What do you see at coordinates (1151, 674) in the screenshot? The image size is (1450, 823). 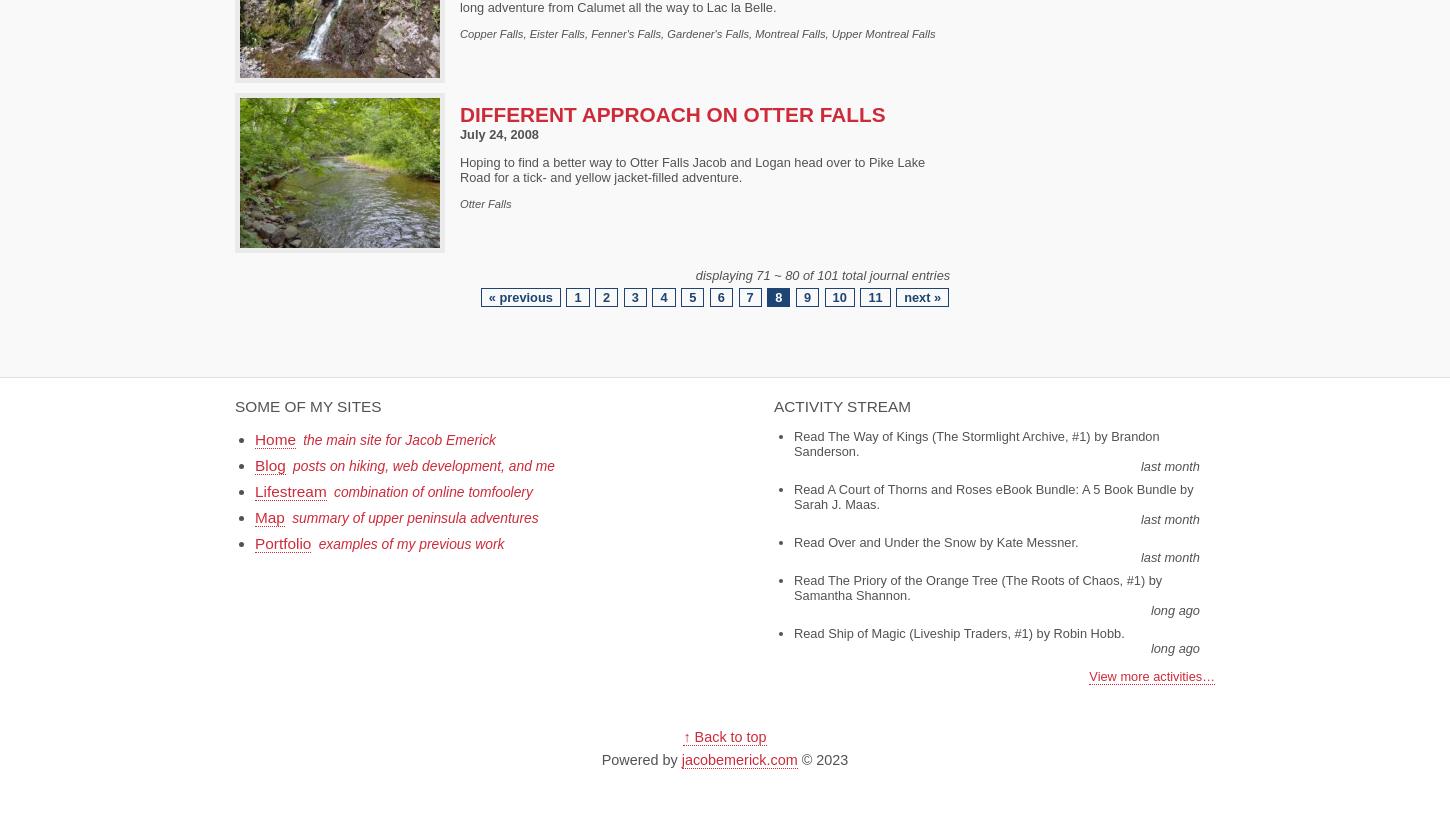 I see `'View more activities…'` at bounding box center [1151, 674].